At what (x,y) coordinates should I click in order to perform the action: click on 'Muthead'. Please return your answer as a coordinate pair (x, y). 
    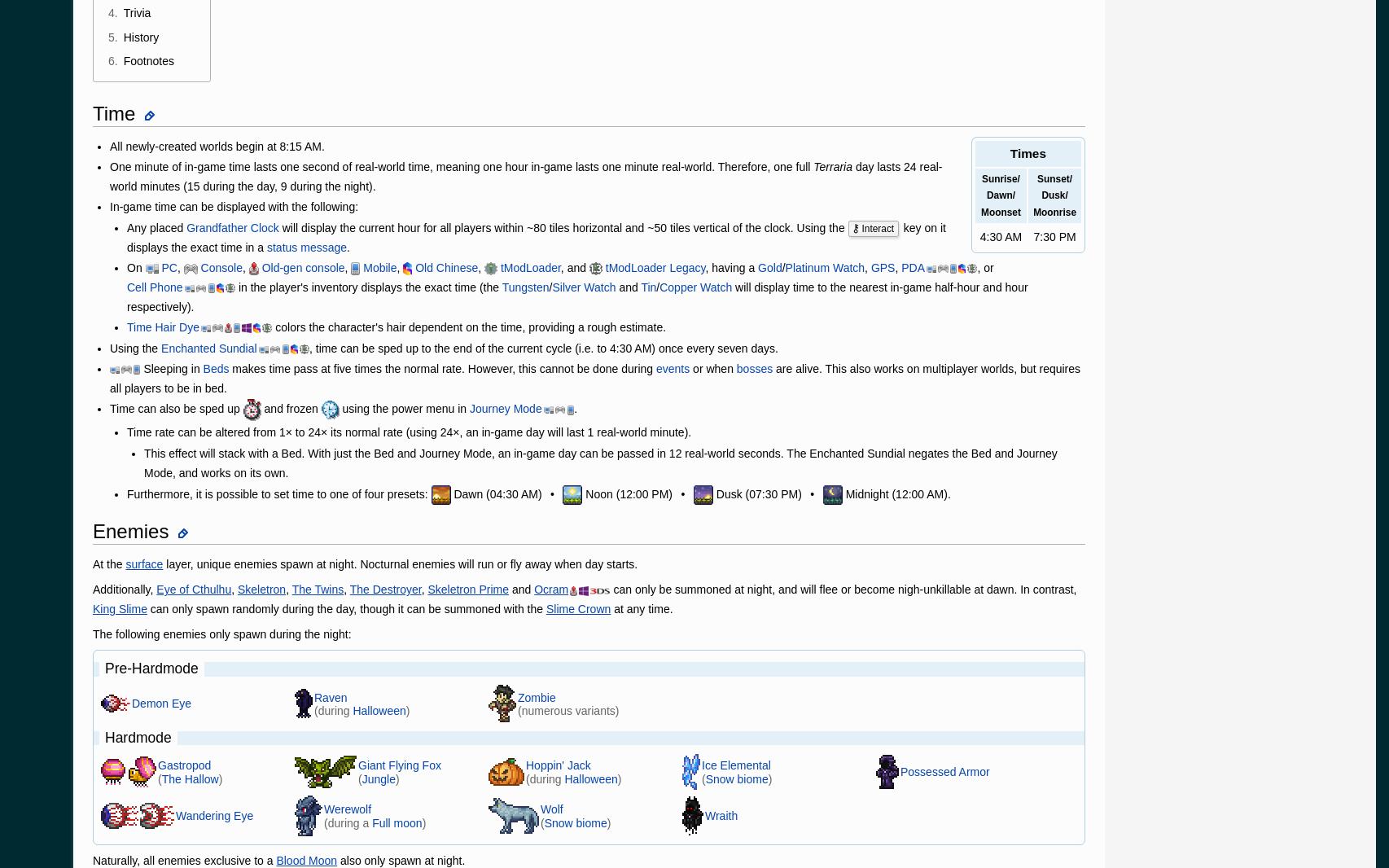
    Looking at the image, I should click on (344, 663).